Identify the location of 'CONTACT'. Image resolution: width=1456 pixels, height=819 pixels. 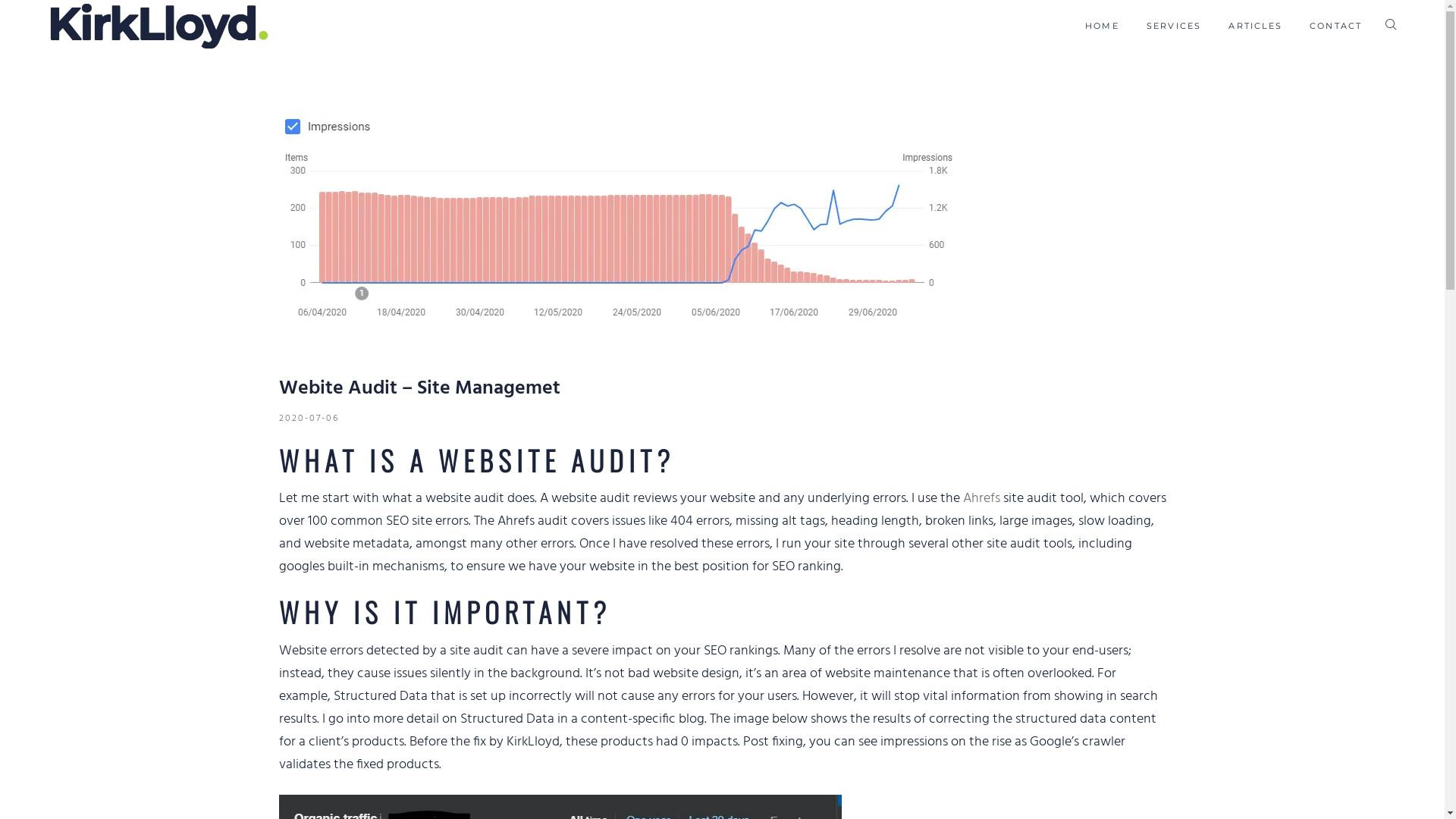
(1309, 26).